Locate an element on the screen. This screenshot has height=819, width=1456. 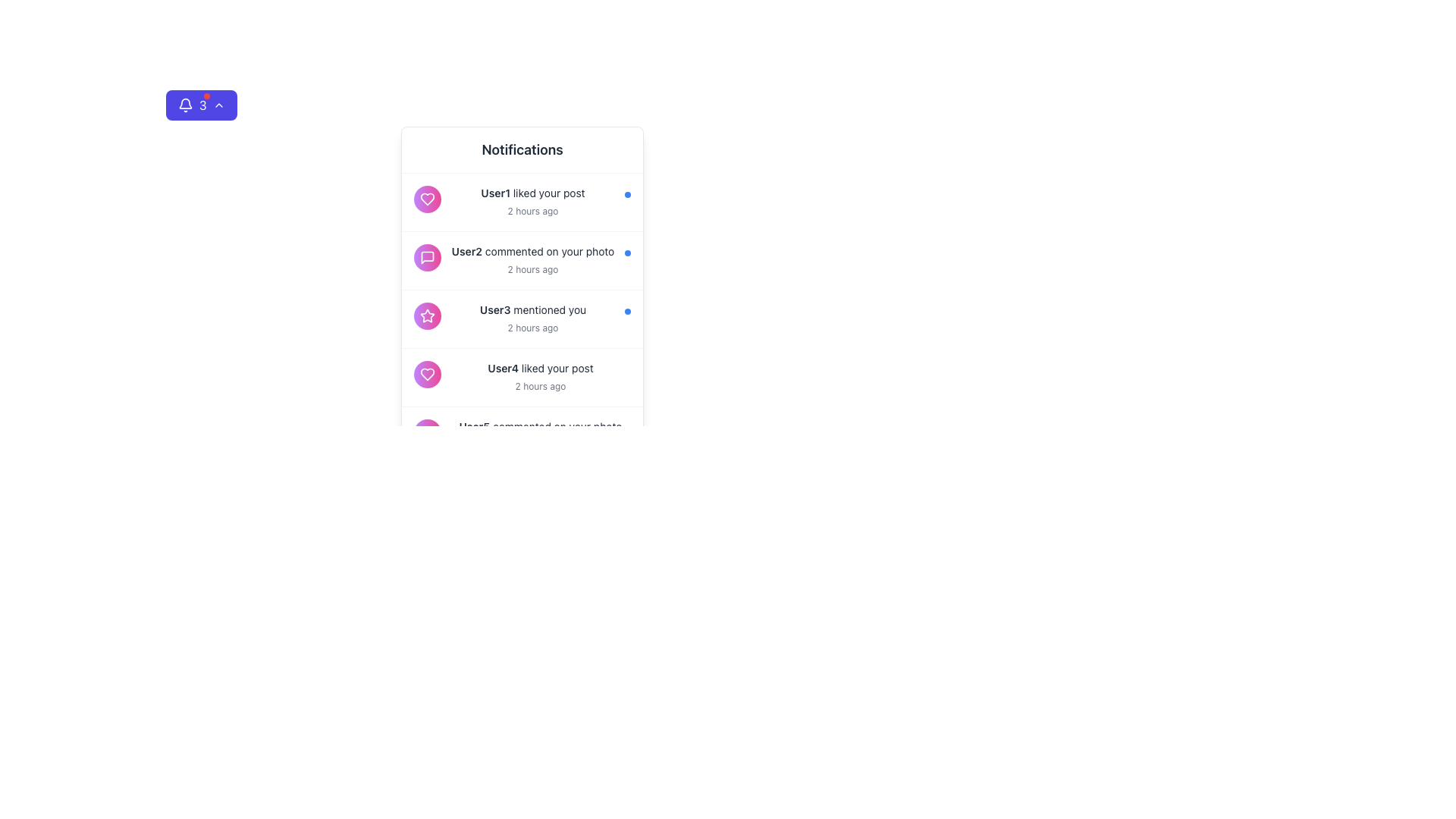
the fourth notification item in the notification panel that indicates 'User4' liked your post is located at coordinates (522, 376).